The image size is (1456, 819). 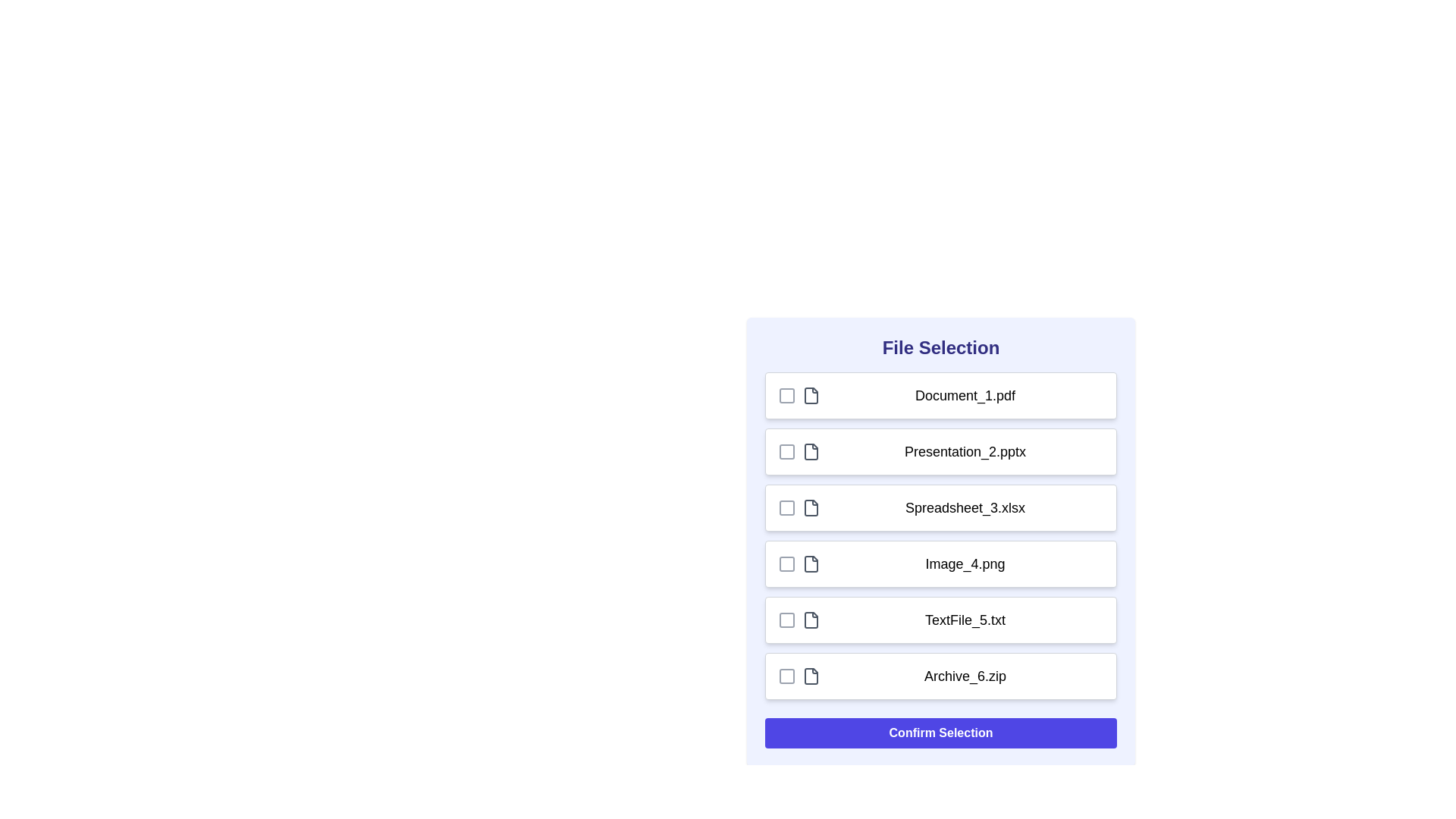 I want to click on the file row corresponding to Image_4.png, so click(x=940, y=564).